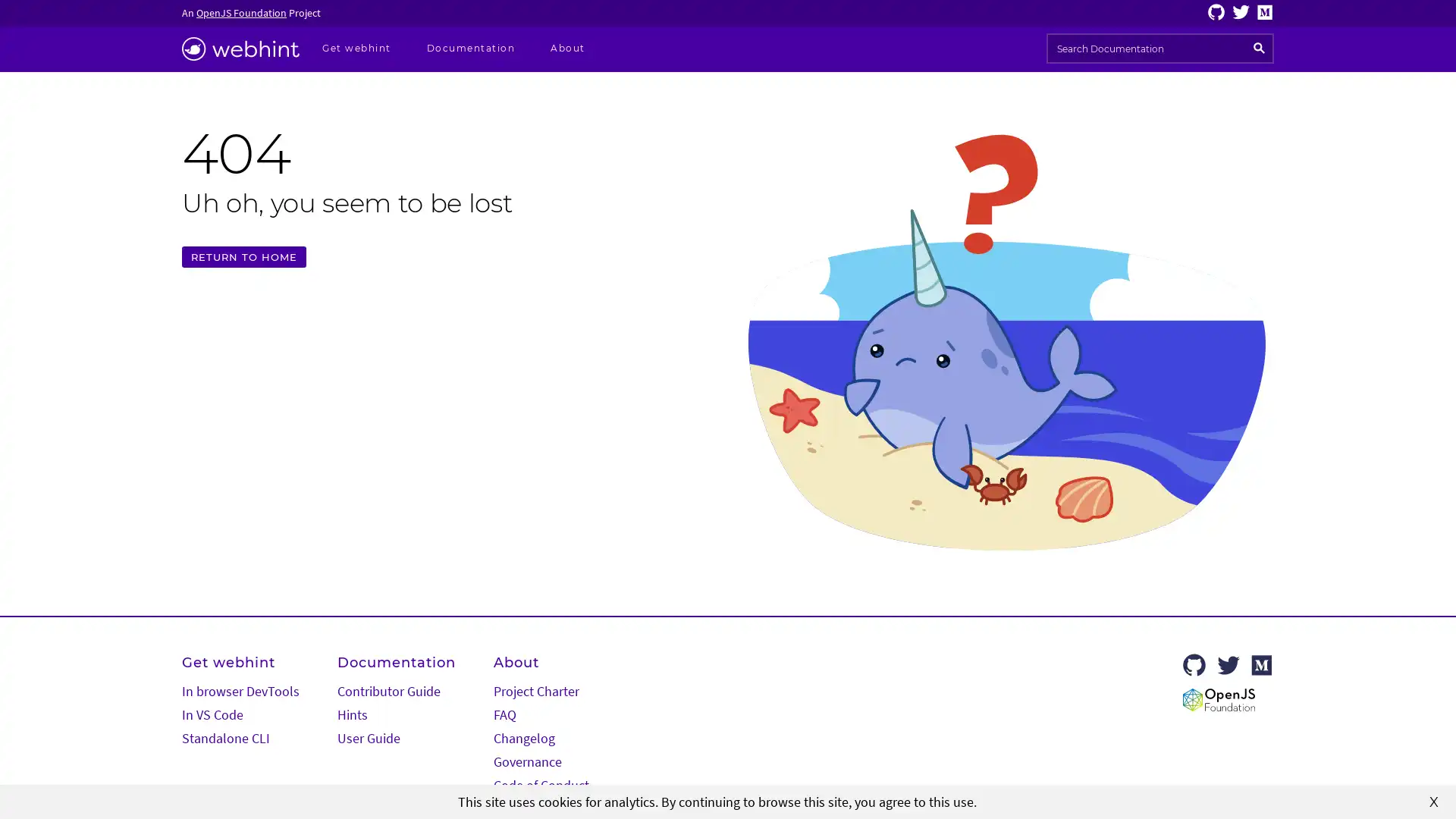  I want to click on search, so click(1259, 48).